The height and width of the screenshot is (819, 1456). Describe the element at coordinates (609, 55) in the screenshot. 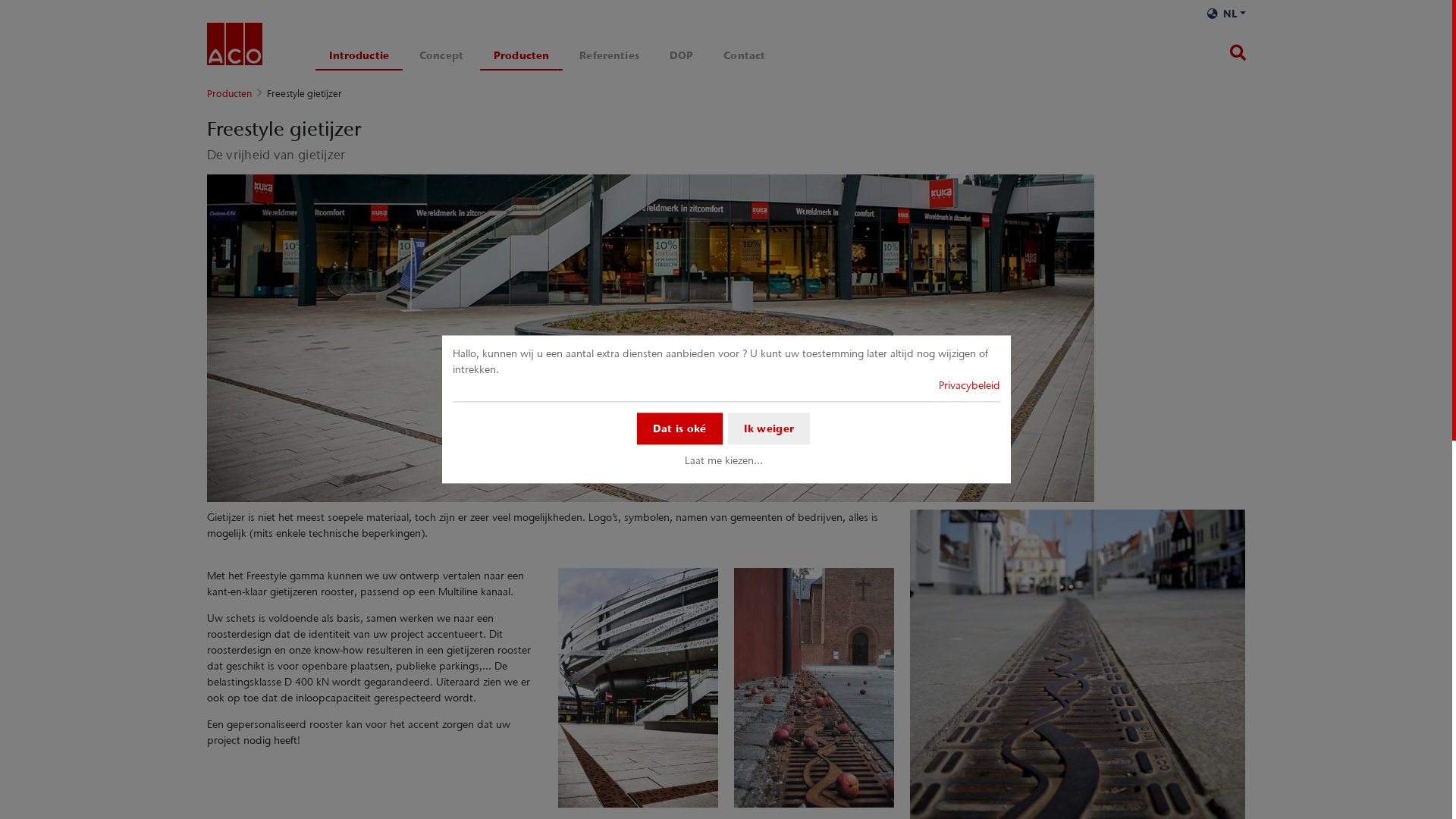

I see `'Referenties'` at that location.